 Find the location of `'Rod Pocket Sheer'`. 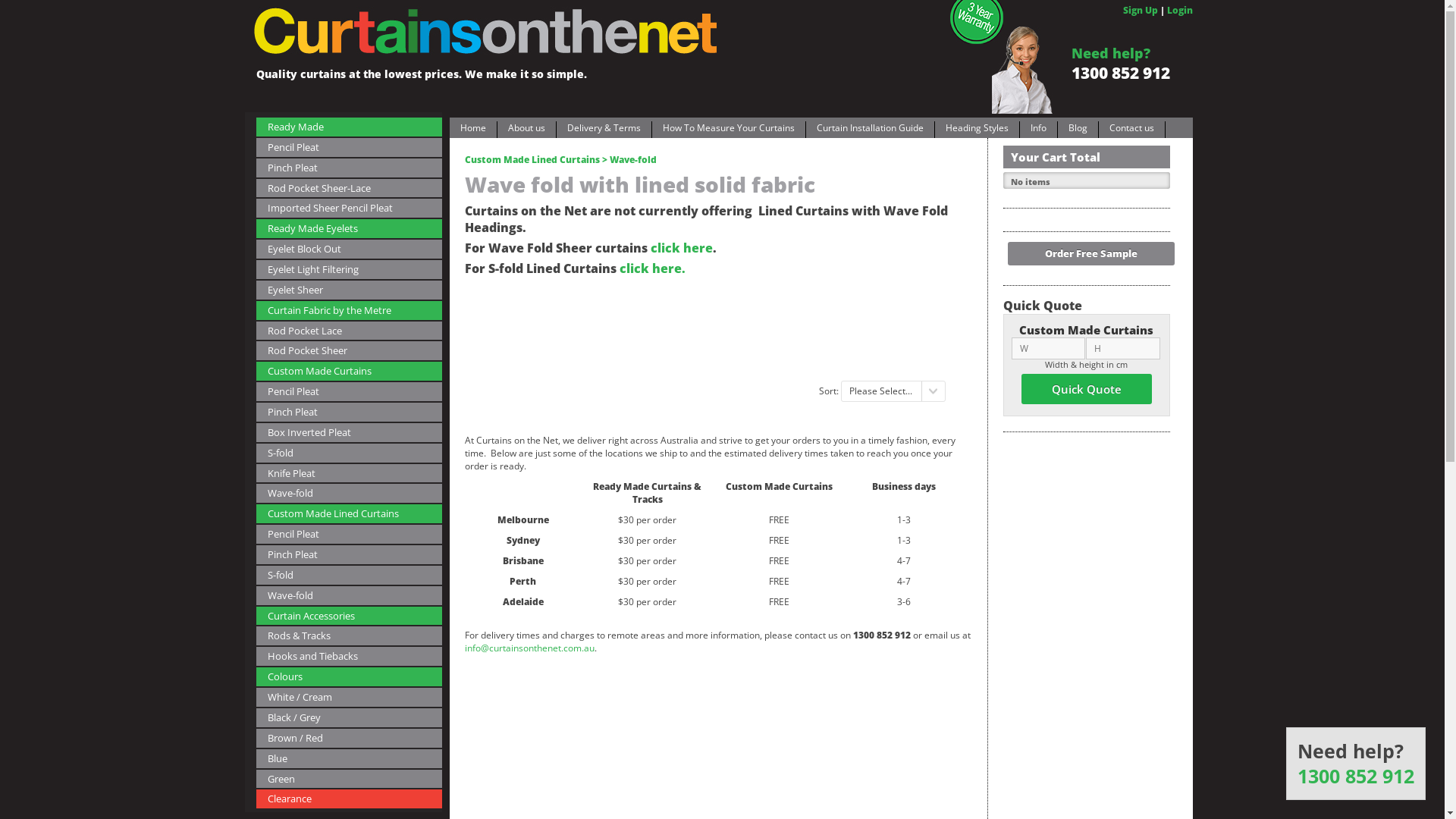

'Rod Pocket Sheer' is located at coordinates (348, 350).